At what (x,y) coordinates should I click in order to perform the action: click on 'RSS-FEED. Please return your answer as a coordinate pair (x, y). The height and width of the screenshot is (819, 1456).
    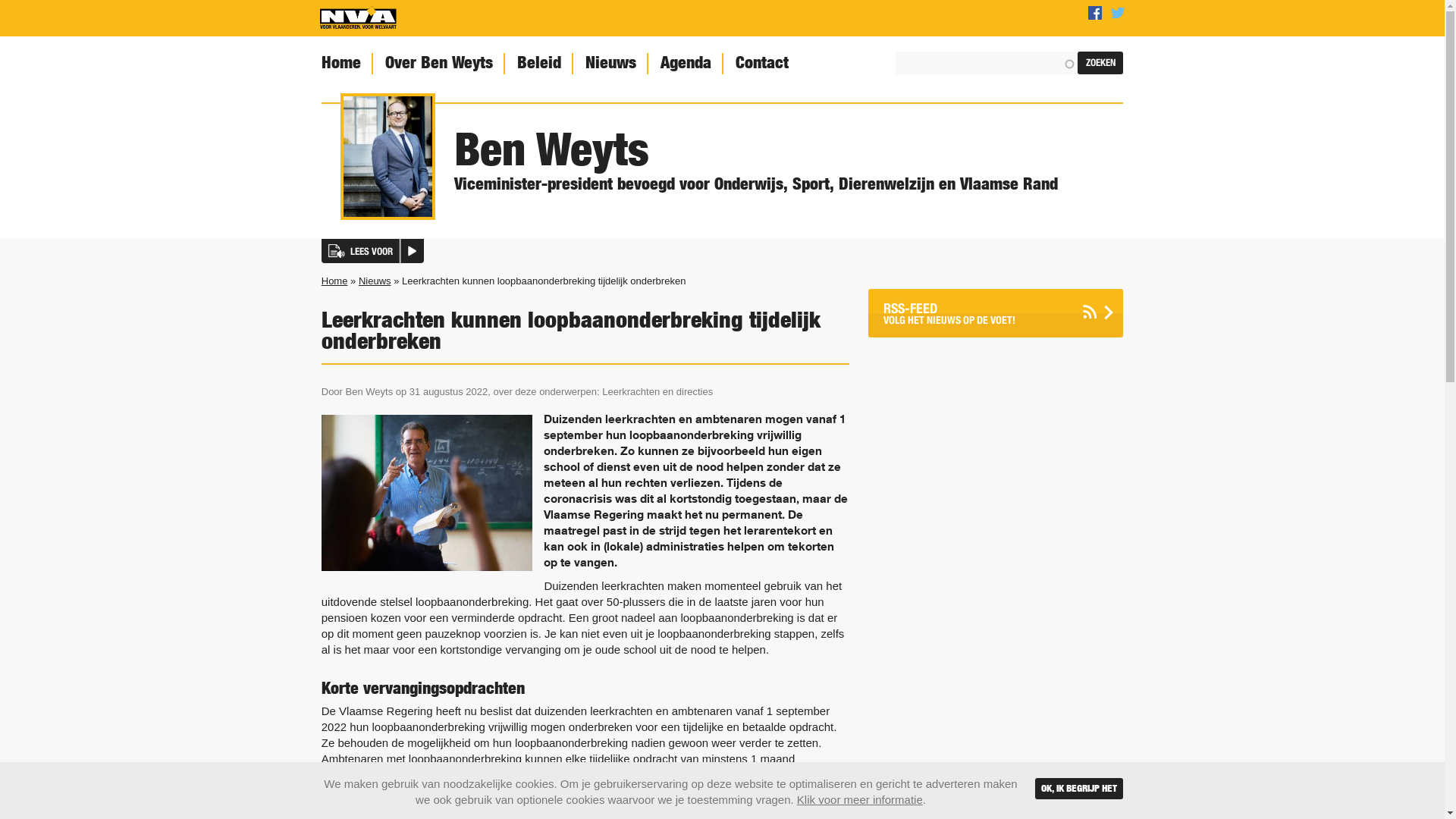
    Looking at the image, I should click on (996, 312).